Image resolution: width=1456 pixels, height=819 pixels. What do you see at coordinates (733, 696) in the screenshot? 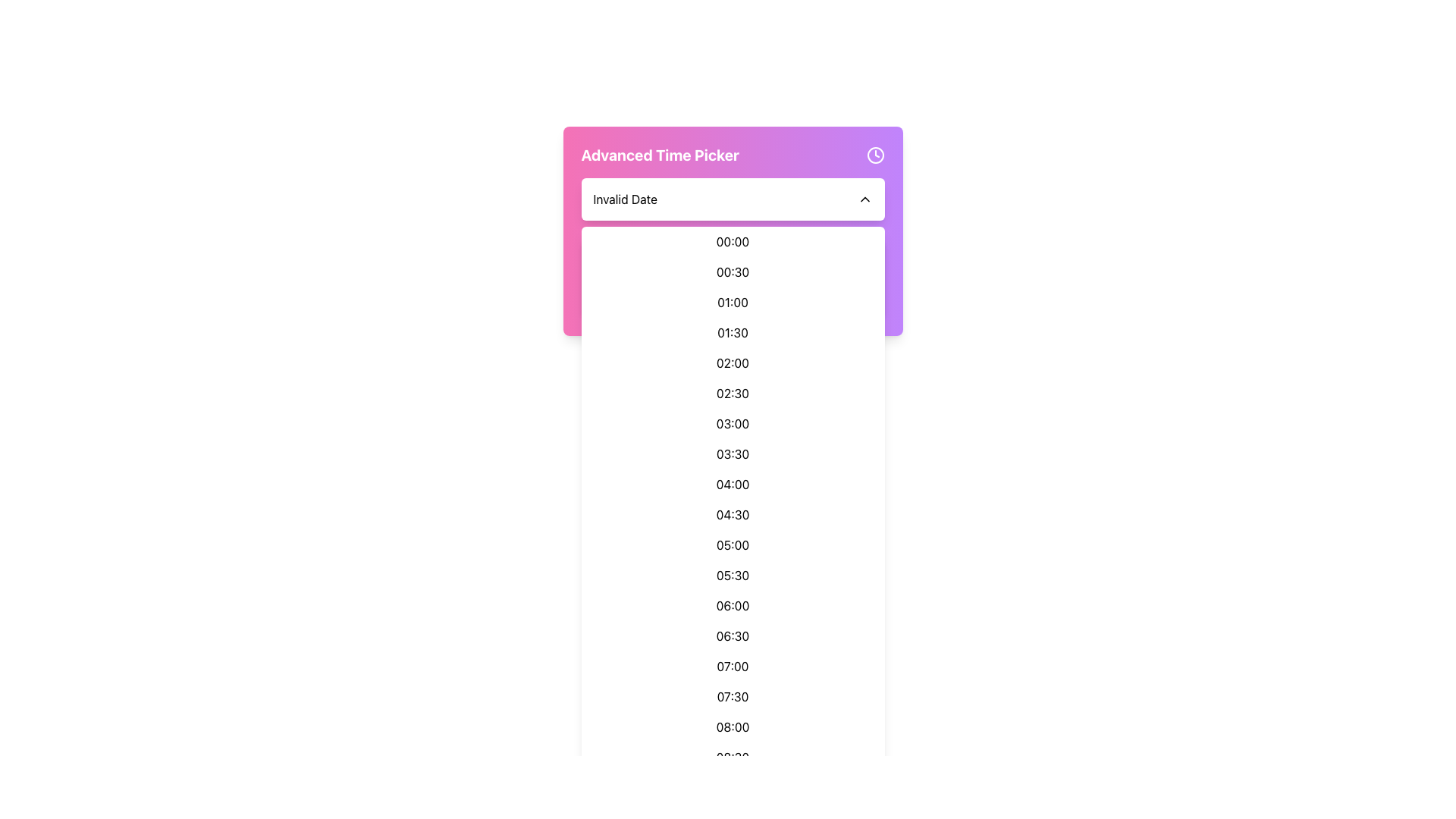
I see `the 16th selectable time entry in the dropdown menu` at bounding box center [733, 696].